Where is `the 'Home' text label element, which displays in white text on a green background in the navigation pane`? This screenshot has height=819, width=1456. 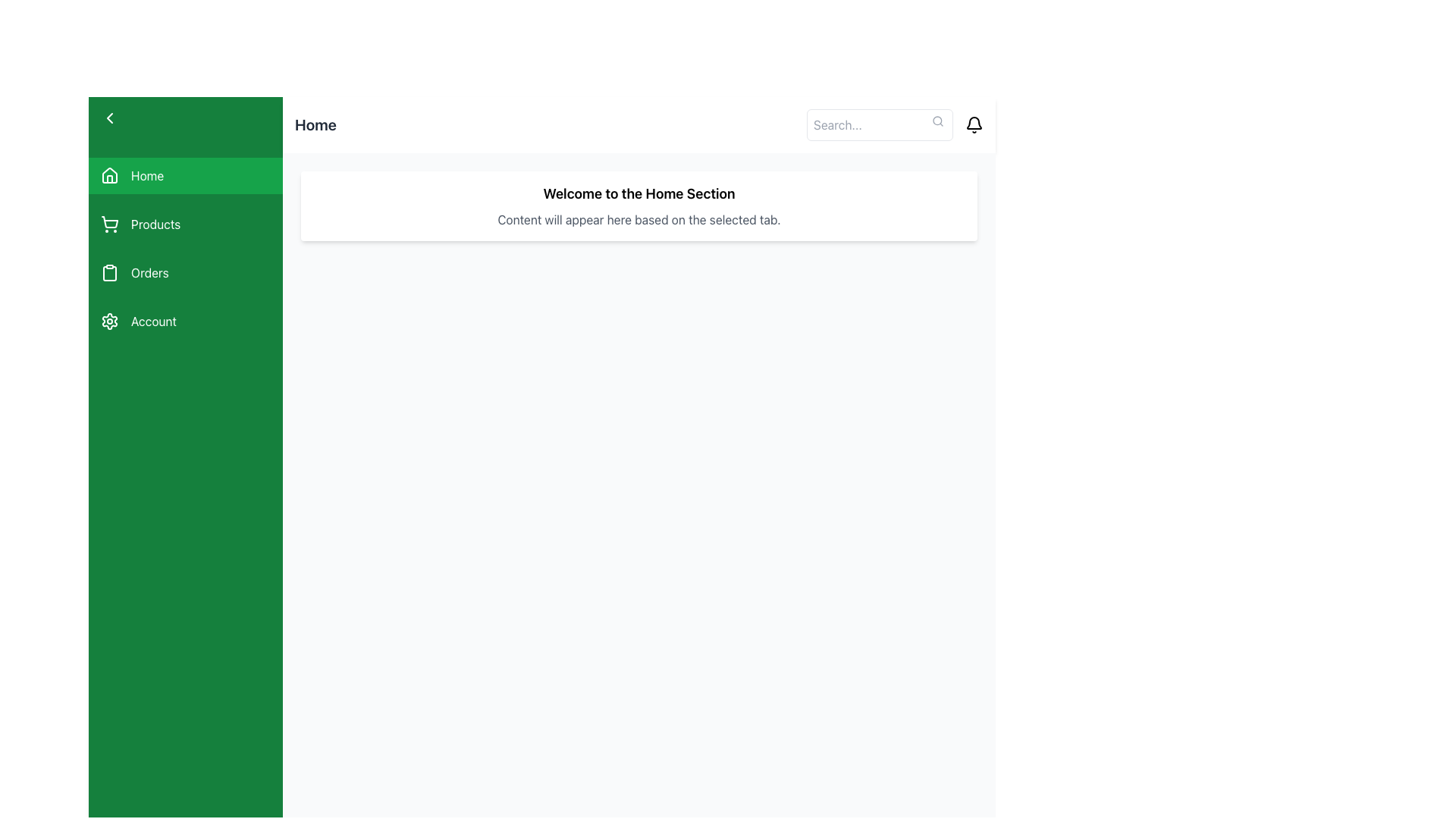
the 'Home' text label element, which displays in white text on a green background in the navigation pane is located at coordinates (147, 174).